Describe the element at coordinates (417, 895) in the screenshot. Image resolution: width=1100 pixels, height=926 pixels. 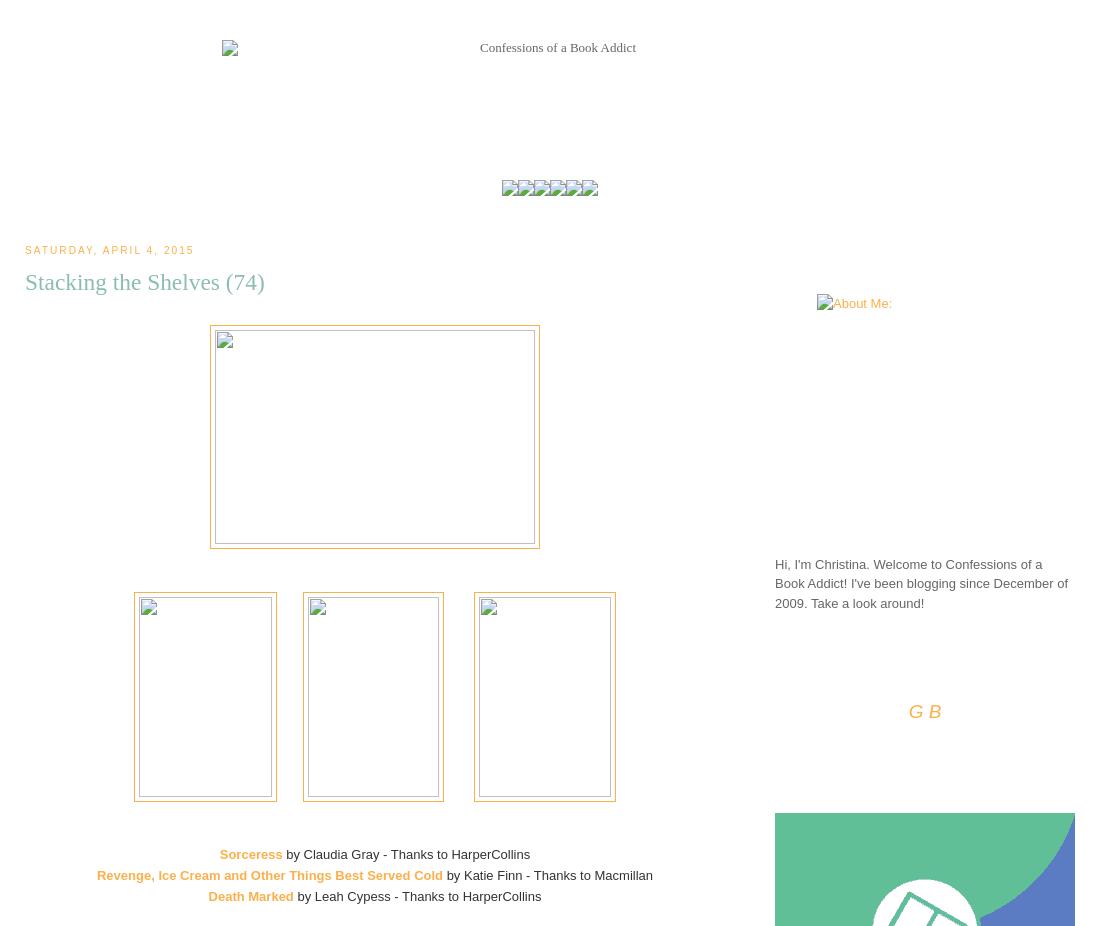
I see `'by Leah Cypess - Thanks to HarperCollins'` at that location.